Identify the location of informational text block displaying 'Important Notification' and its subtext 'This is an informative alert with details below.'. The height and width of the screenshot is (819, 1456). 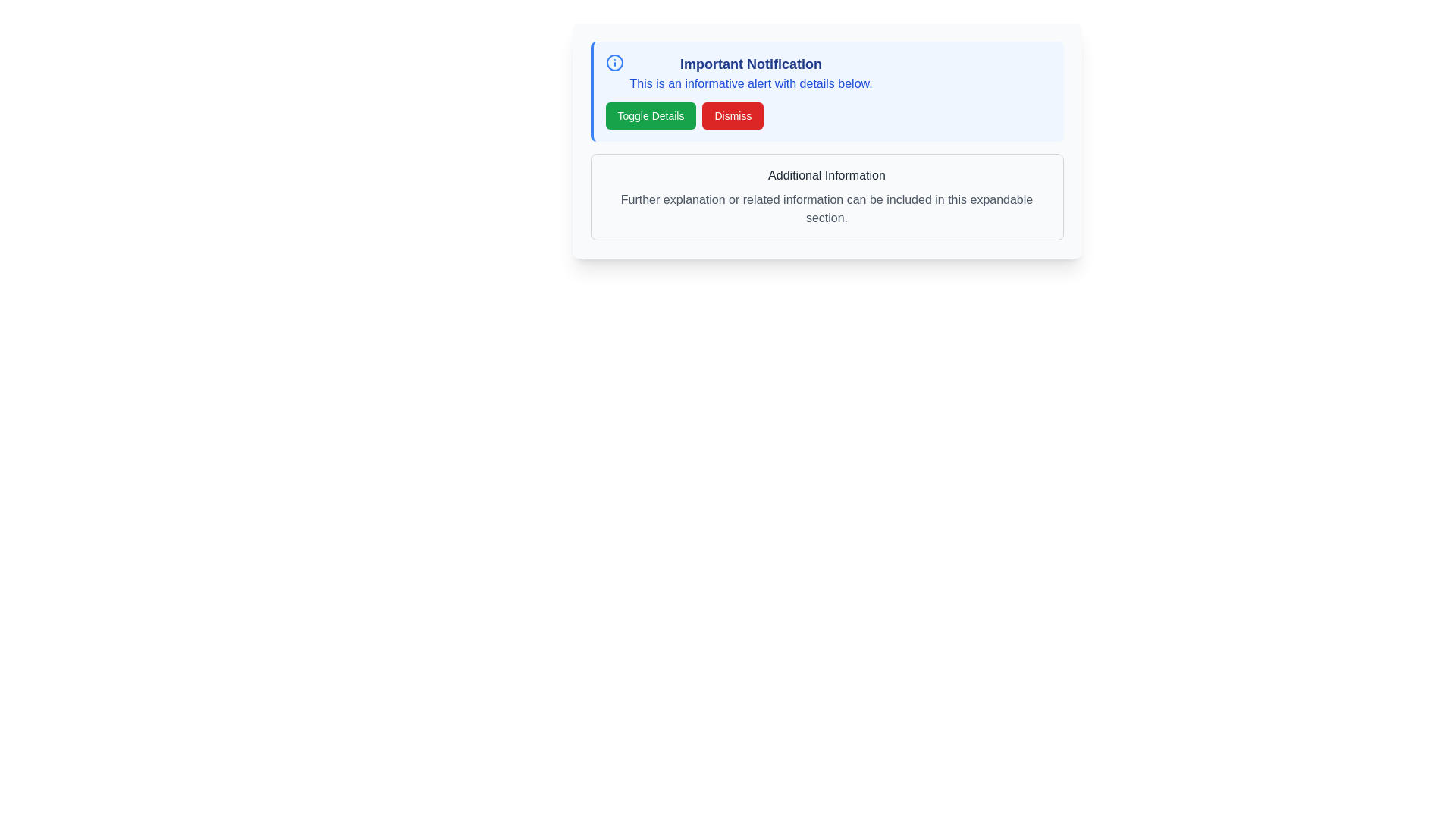
(751, 73).